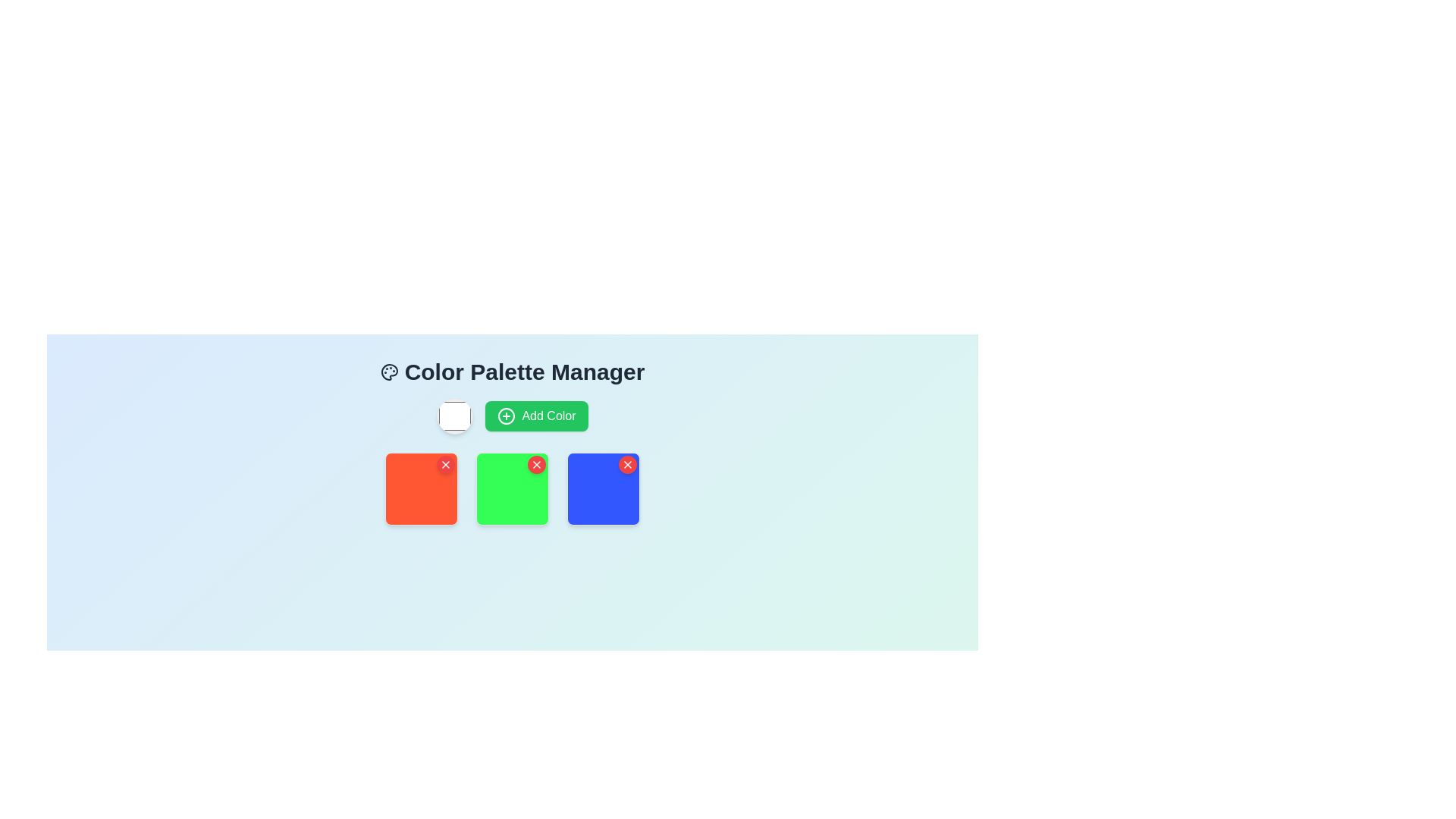  What do you see at coordinates (537, 416) in the screenshot?
I see `the button located under the 'Color Palette Manager' heading that initiates the action of adding a new color to the palette` at bounding box center [537, 416].